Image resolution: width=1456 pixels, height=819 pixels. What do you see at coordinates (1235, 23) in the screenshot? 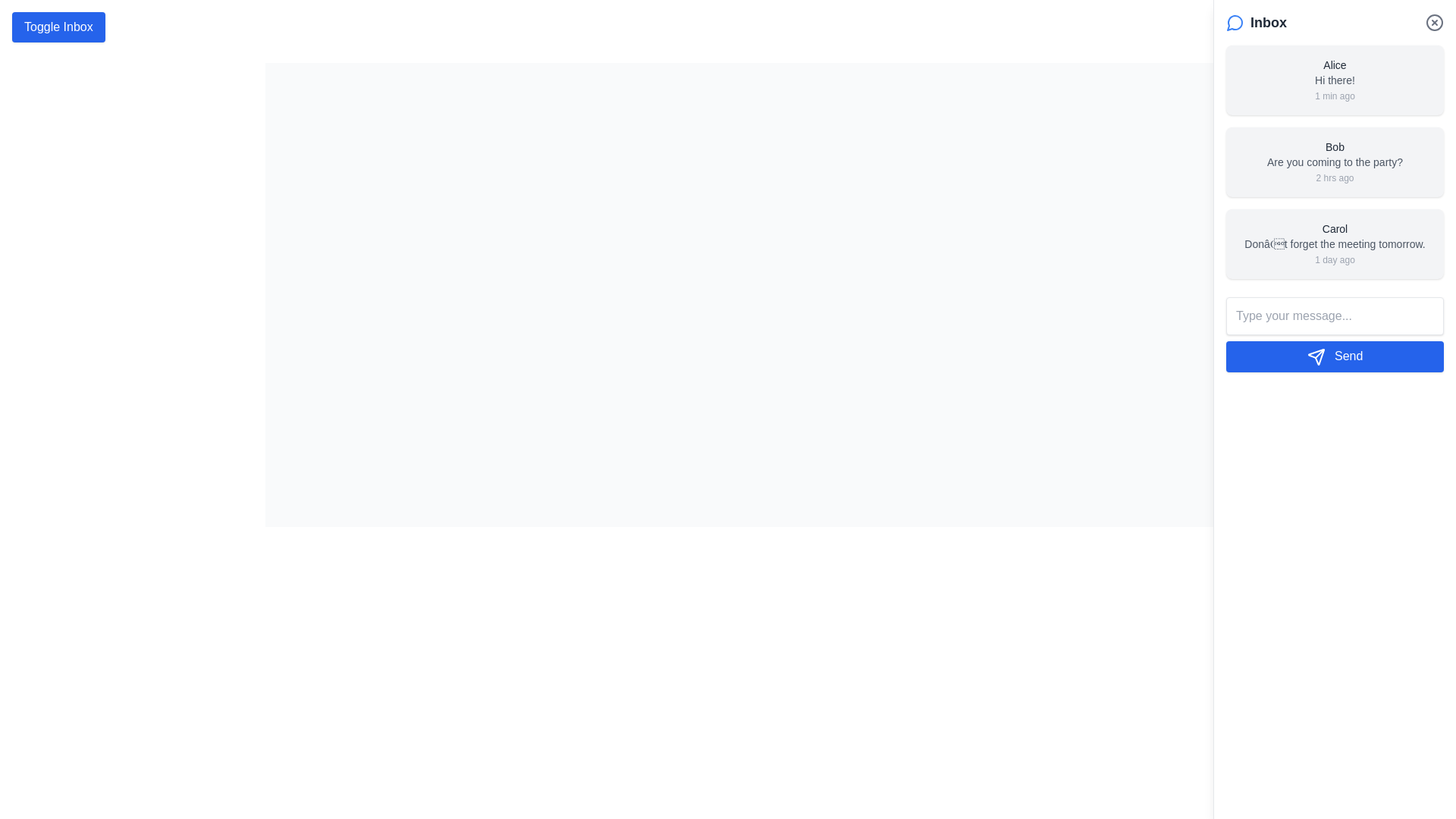
I see `the blue speech bubble icon located to the left of the 'Inbox' label in the top-right section of the sidebar header` at bounding box center [1235, 23].